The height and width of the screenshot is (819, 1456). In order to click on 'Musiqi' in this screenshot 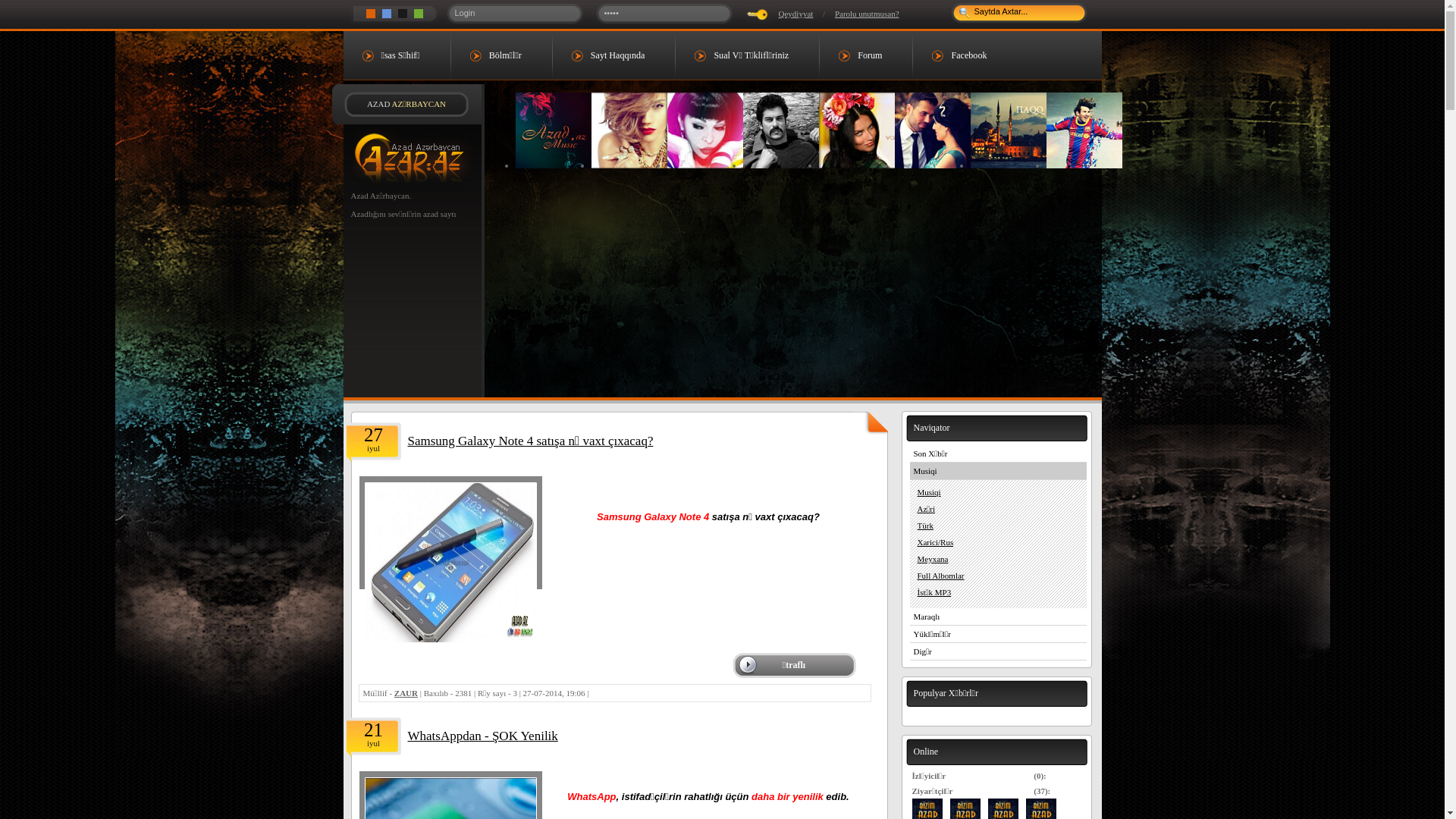, I will do `click(997, 491)`.